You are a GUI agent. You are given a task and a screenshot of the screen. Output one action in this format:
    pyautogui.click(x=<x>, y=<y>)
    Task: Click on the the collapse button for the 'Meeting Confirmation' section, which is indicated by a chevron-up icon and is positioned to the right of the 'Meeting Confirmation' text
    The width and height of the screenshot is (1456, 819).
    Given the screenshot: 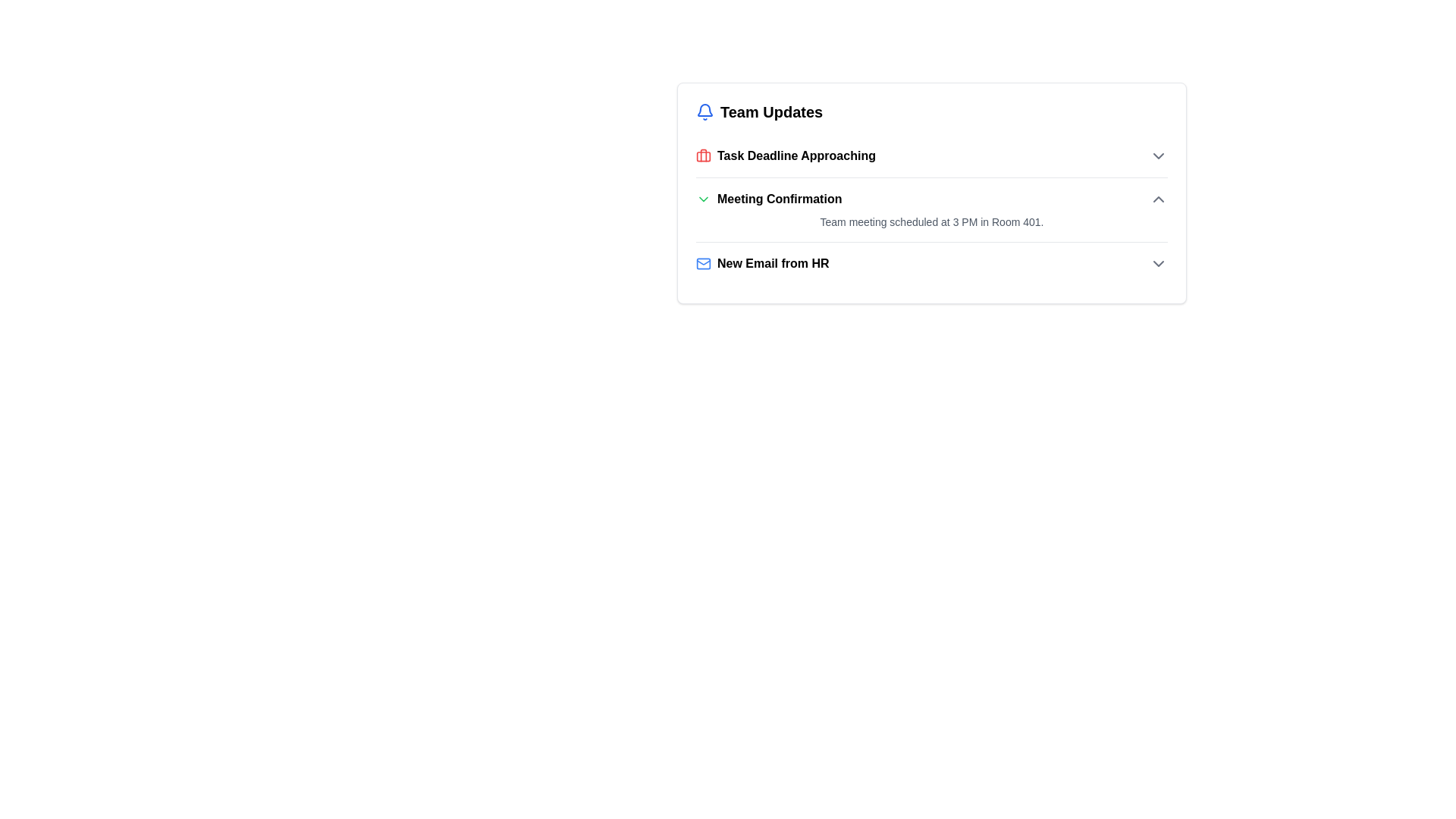 What is the action you would take?
    pyautogui.click(x=1157, y=198)
    